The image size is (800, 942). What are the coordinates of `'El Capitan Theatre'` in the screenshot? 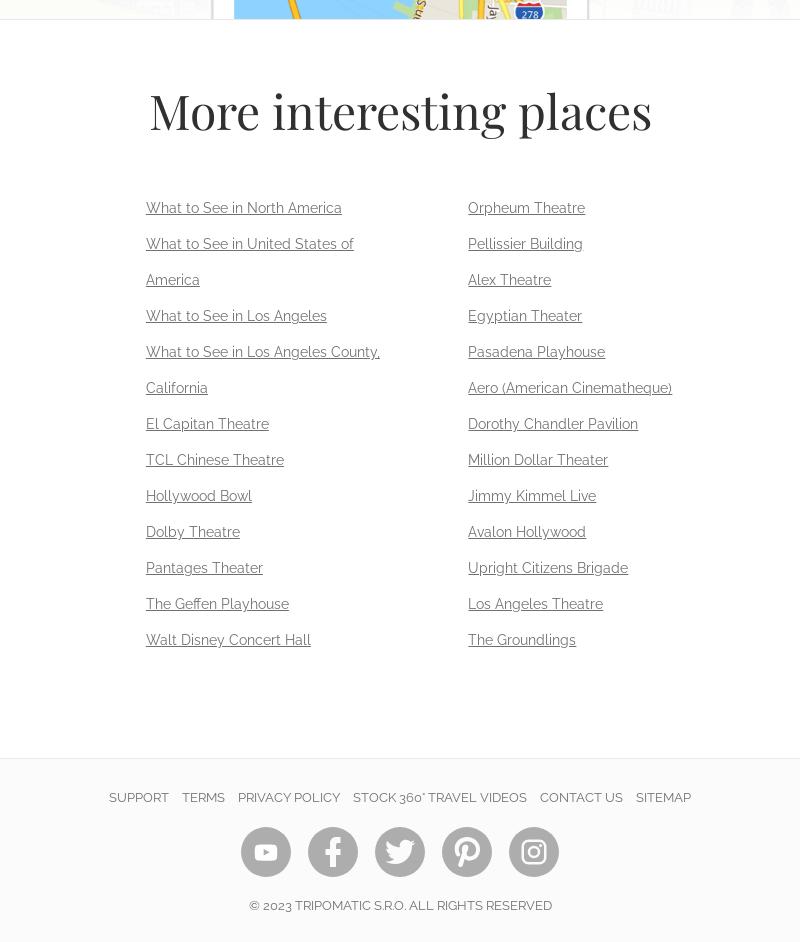 It's located at (206, 423).